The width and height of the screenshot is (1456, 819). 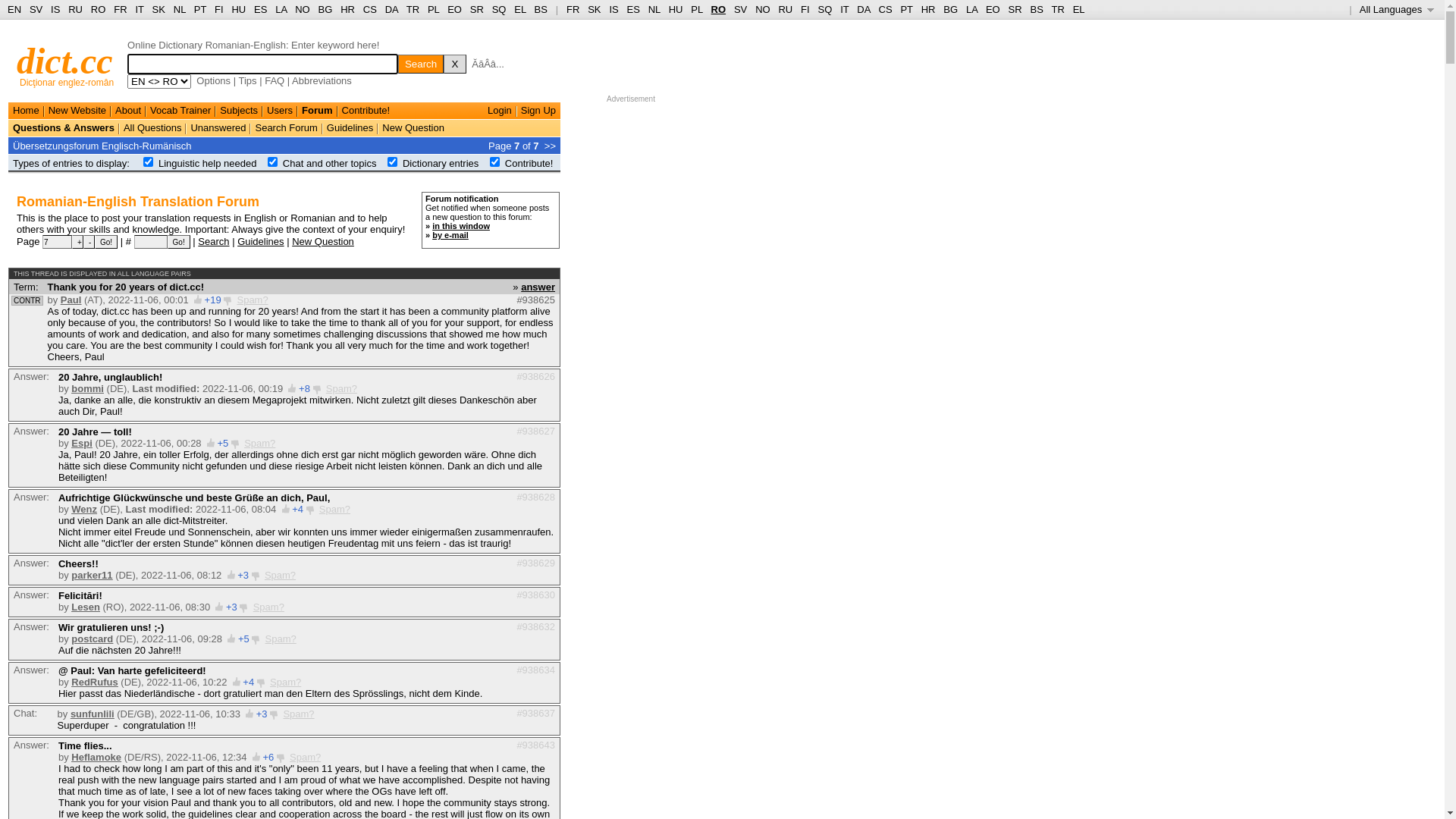 What do you see at coordinates (654, 9) in the screenshot?
I see `'NL'` at bounding box center [654, 9].